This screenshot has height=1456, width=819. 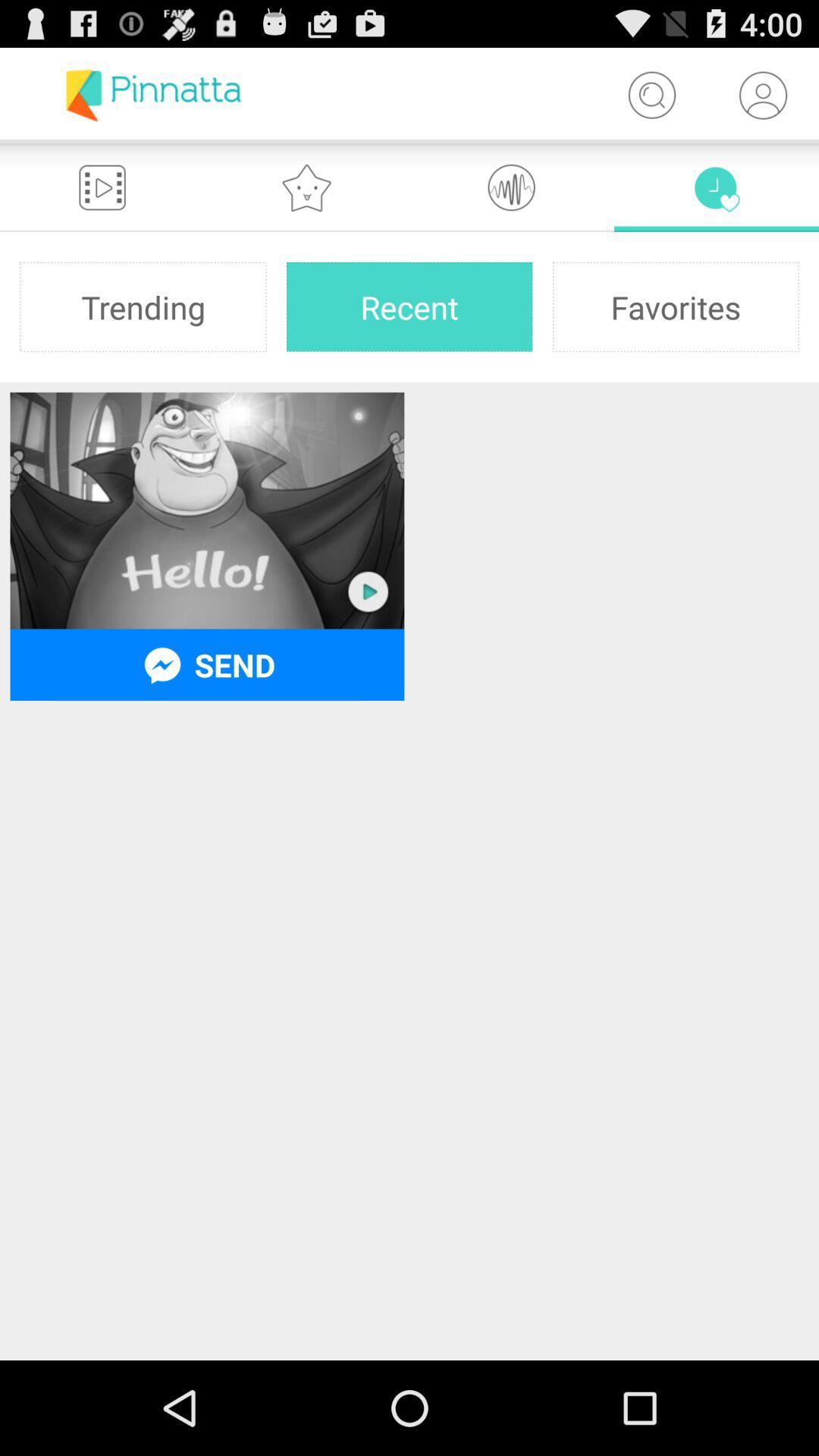 I want to click on the fullscreen icon, so click(x=102, y=199).